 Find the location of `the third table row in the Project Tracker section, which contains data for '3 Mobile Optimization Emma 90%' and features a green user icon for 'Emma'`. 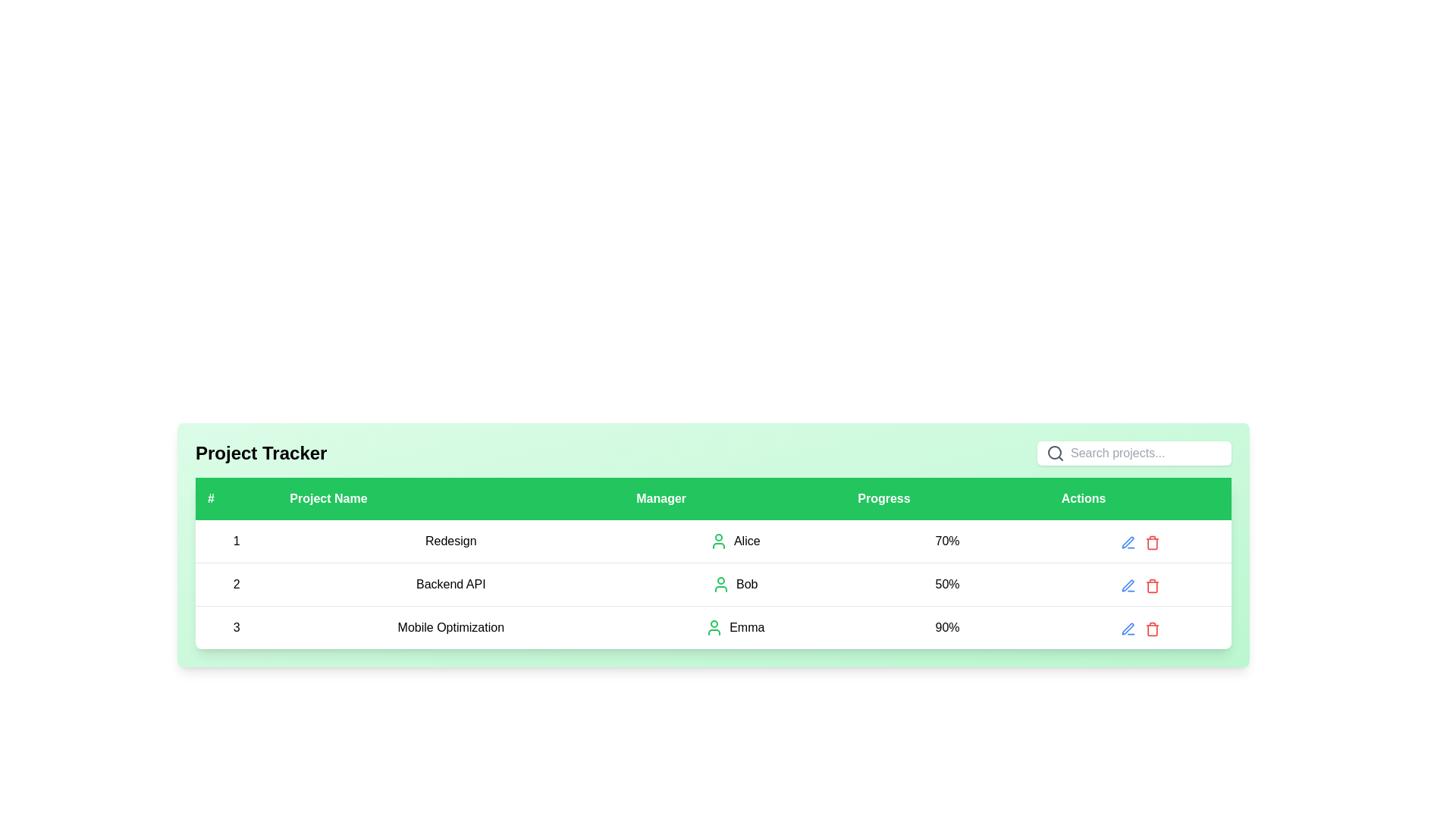

the third table row in the Project Tracker section, which contains data for '3 Mobile Optimization Emma 90%' and features a green user icon for 'Emma' is located at coordinates (712, 627).